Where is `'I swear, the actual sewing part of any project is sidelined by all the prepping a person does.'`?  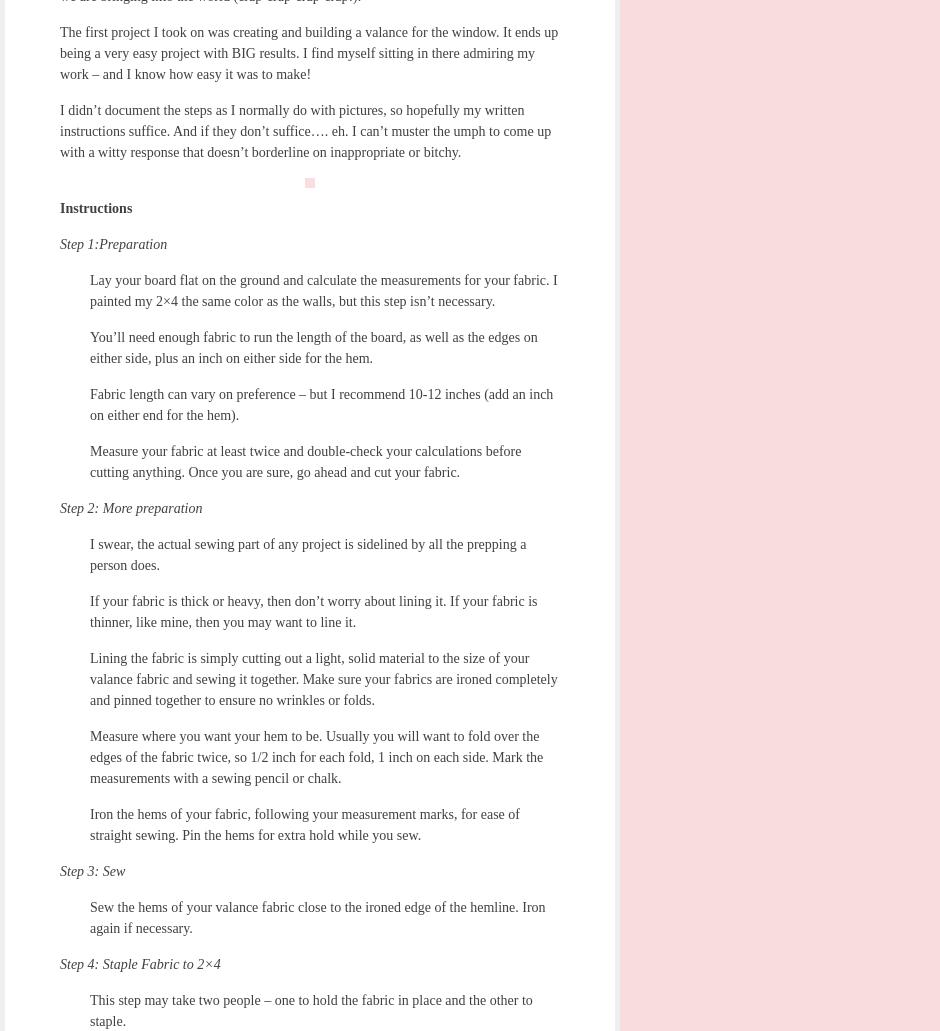 'I swear, the actual sewing part of any project is sidelined by all the prepping a person does.' is located at coordinates (307, 552).